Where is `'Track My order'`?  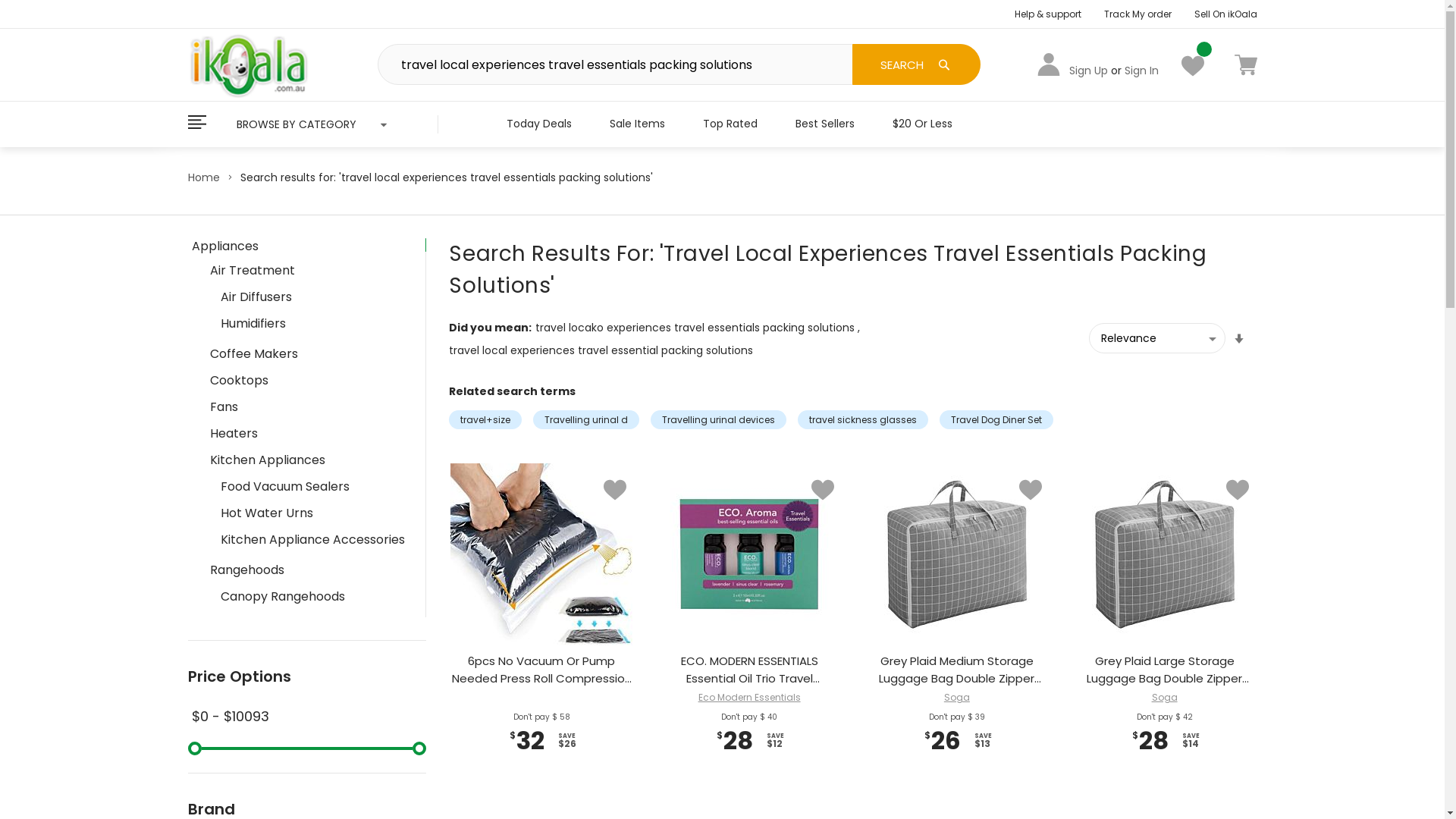
'Track My order' is located at coordinates (1137, 14).